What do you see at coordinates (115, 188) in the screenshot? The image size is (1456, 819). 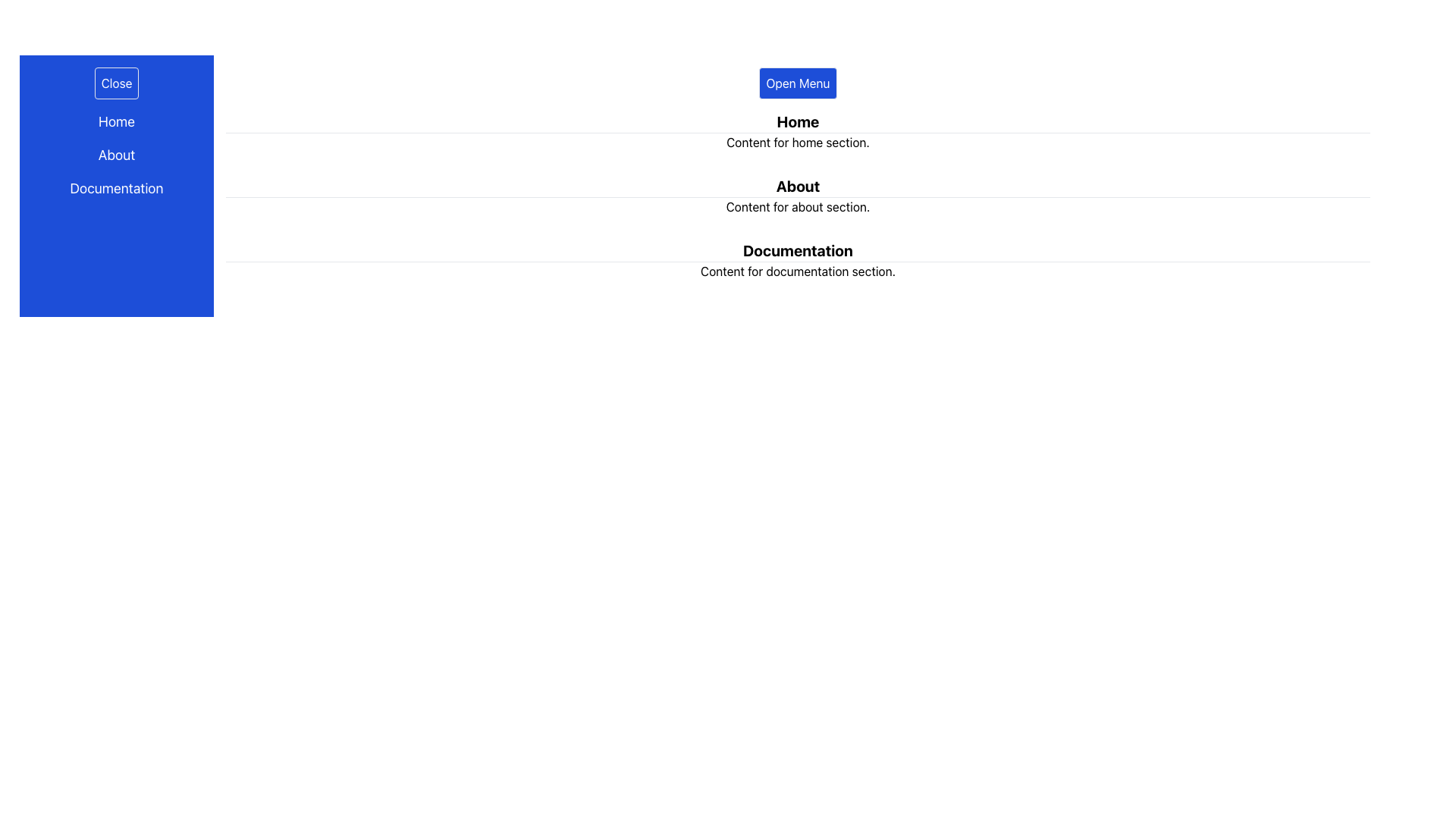 I see `the 'Documentation' text label located in the vertical navigation menu, which is the third item following 'Home' and 'About', with a blue background and white text` at bounding box center [115, 188].